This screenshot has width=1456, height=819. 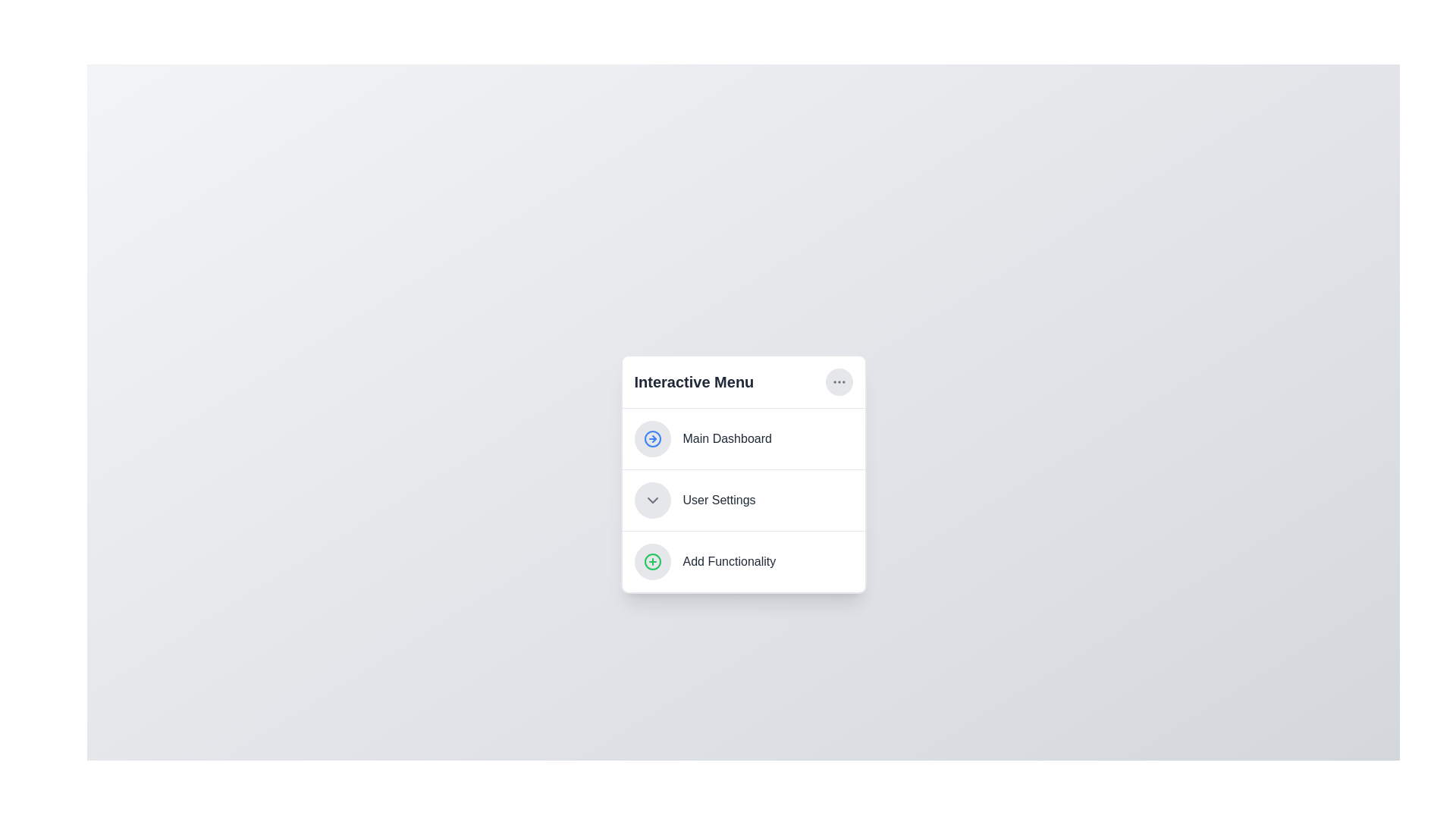 I want to click on the menu item corresponding to Add Functionality, so click(x=743, y=561).